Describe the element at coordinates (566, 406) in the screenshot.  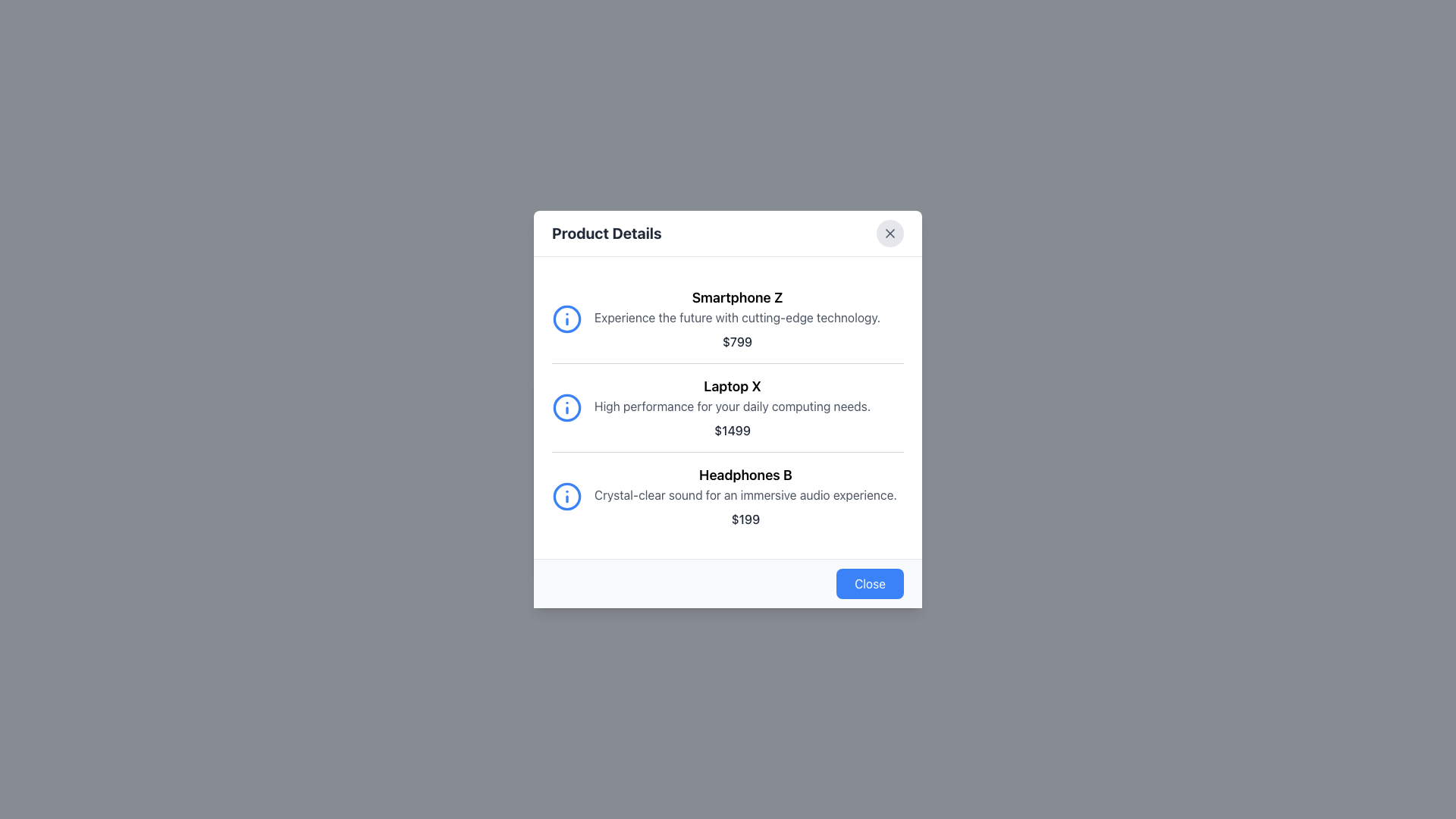
I see `the Graphic Circle icon styled in blue, which is part of the informational section for 'Laptop X', located to the left of the text 'High performance for your daily computing needs'` at that location.